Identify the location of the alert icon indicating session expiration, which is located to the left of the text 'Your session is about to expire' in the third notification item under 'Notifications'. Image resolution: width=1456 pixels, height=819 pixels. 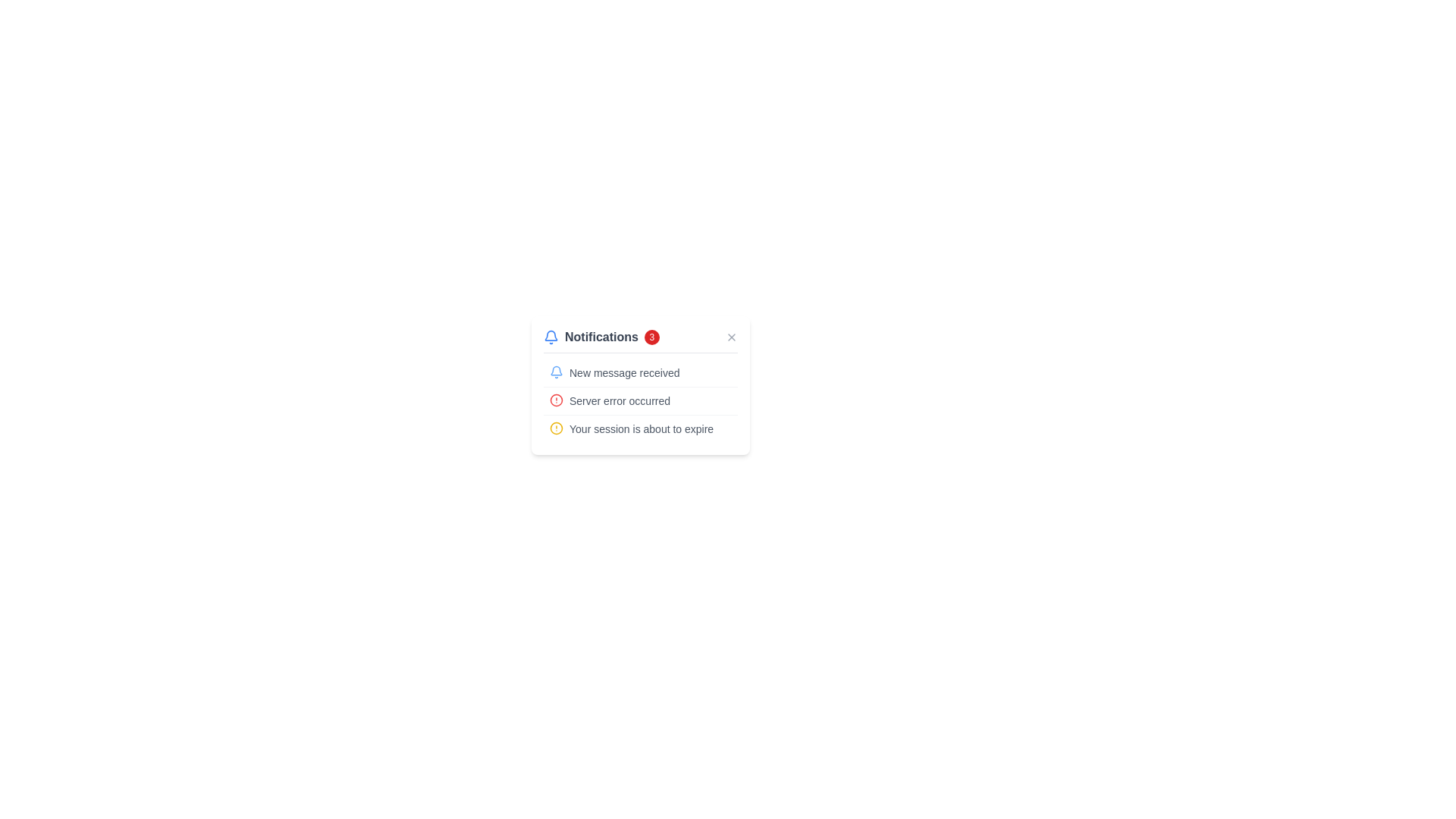
(556, 428).